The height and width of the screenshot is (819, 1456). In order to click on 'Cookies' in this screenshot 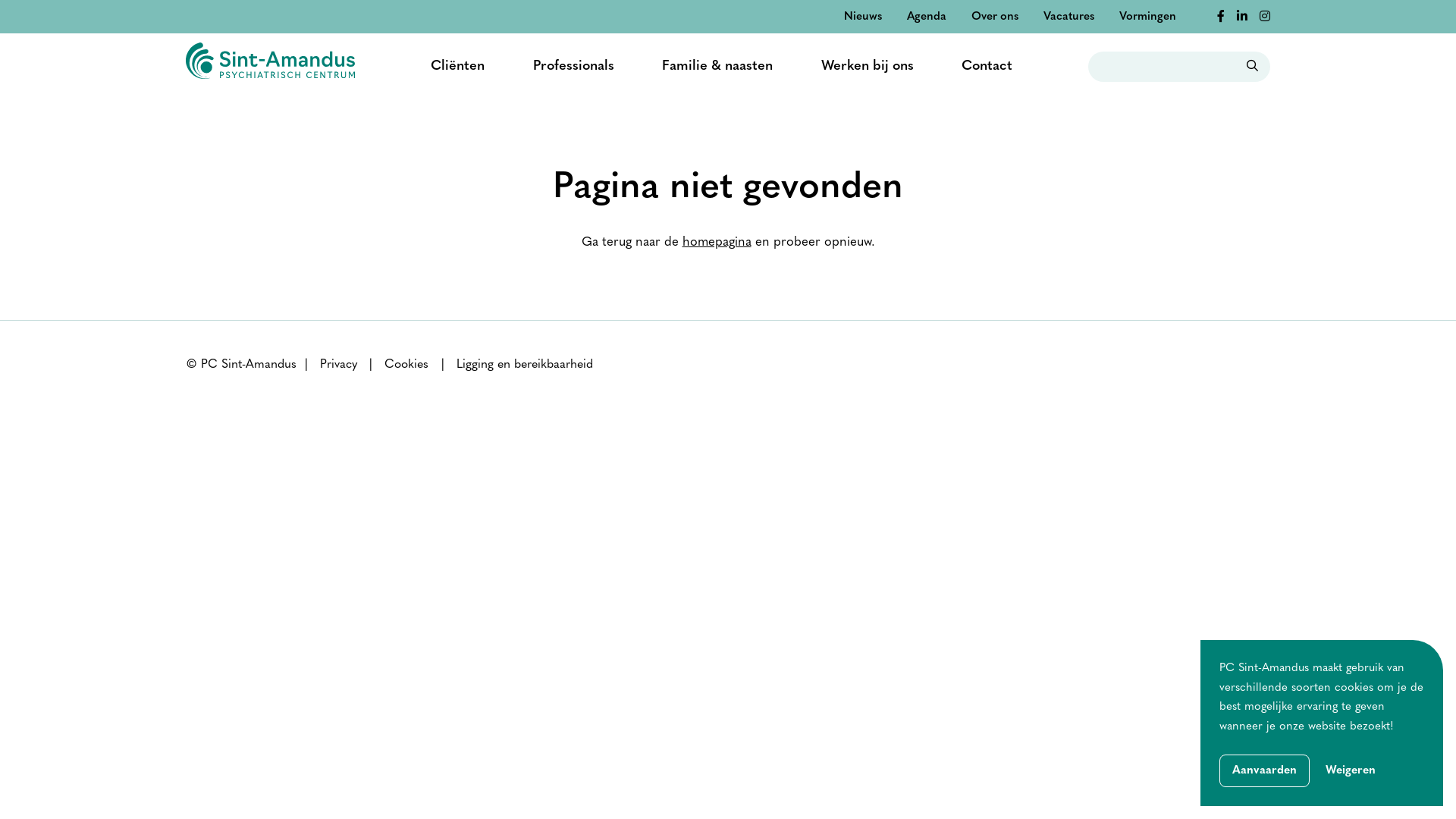, I will do `click(406, 365)`.